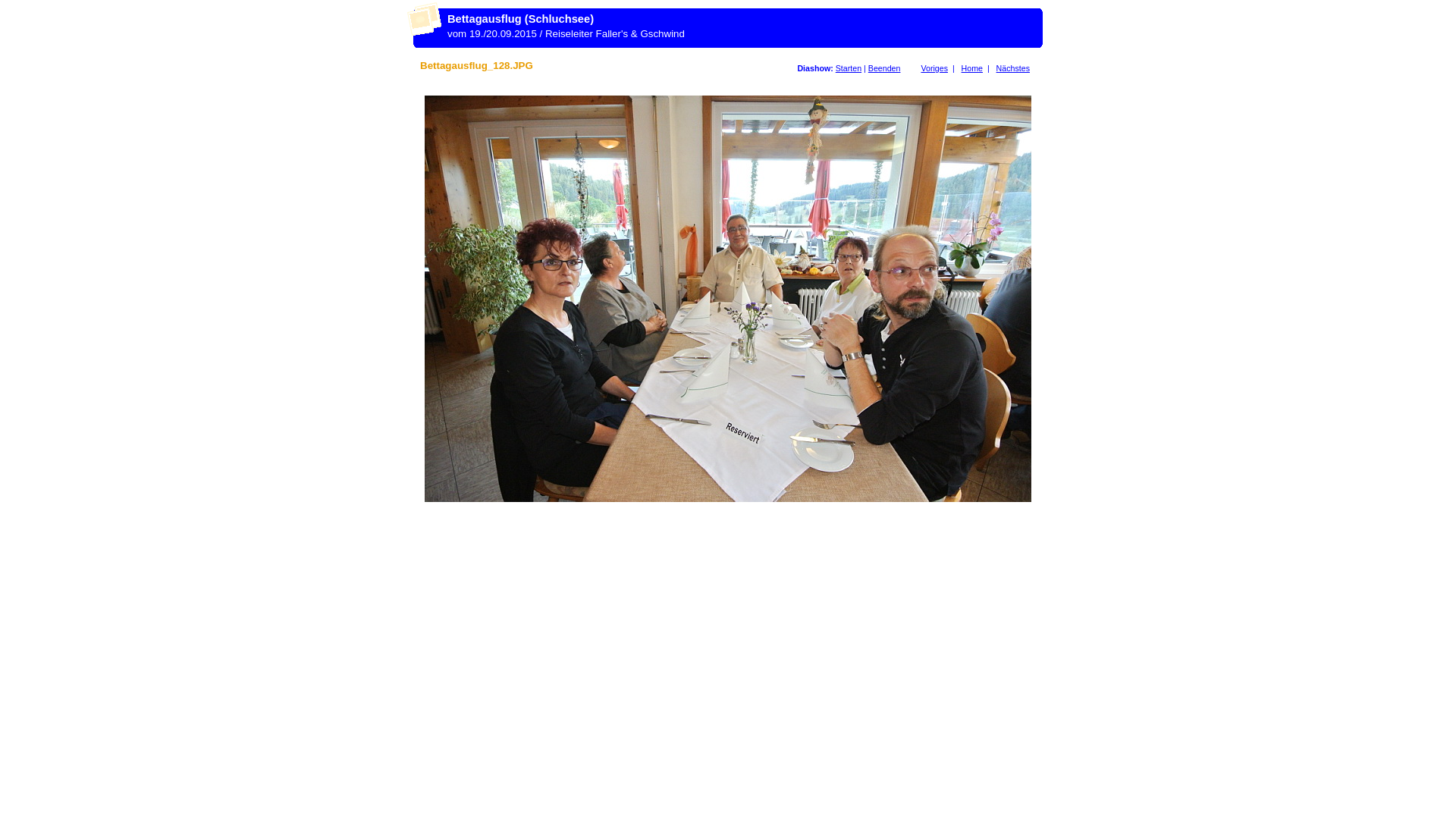  I want to click on 'Voriges', so click(934, 67).